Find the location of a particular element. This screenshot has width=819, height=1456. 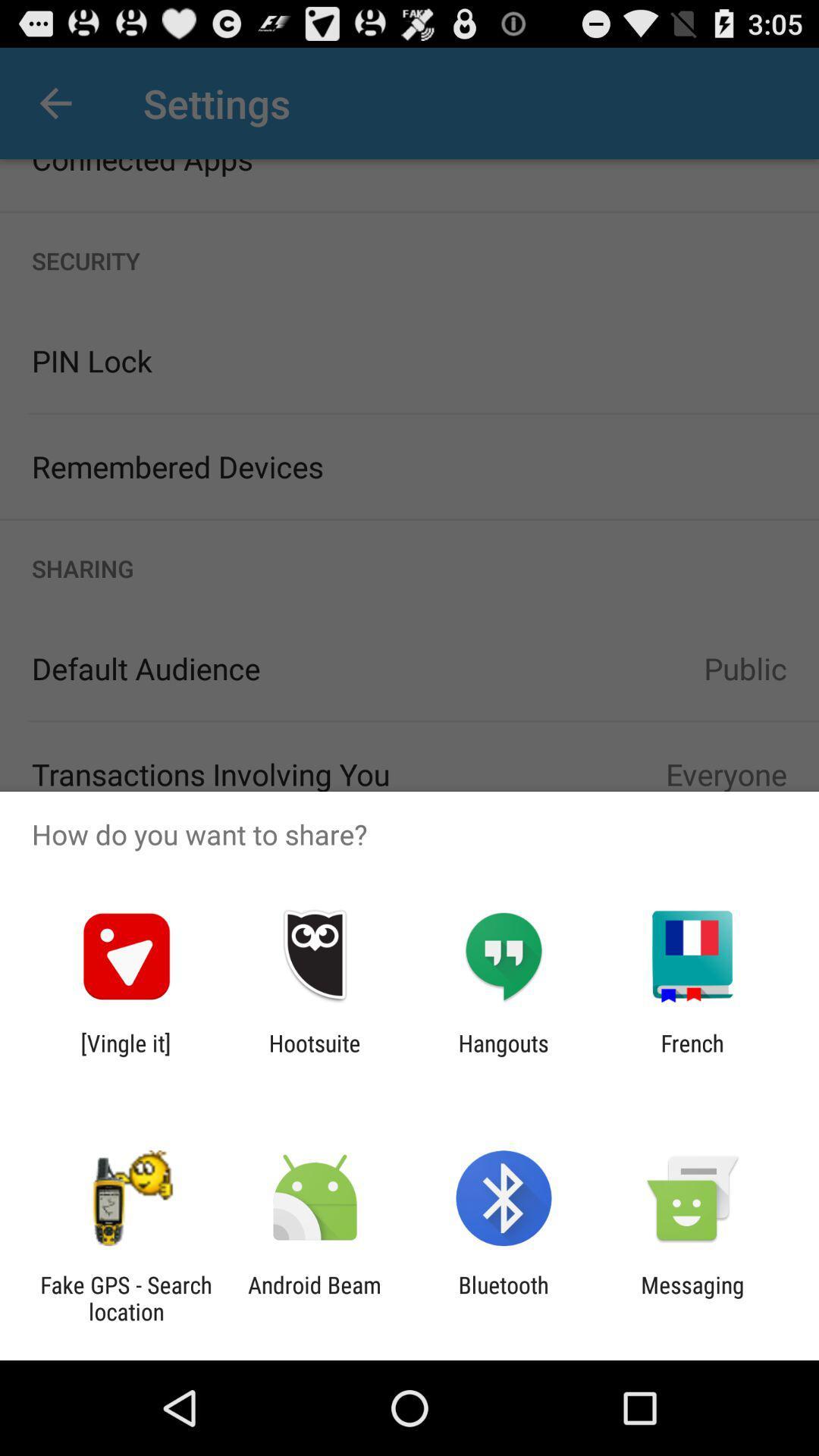

the item to the right of [vingle it] app is located at coordinates (314, 1056).